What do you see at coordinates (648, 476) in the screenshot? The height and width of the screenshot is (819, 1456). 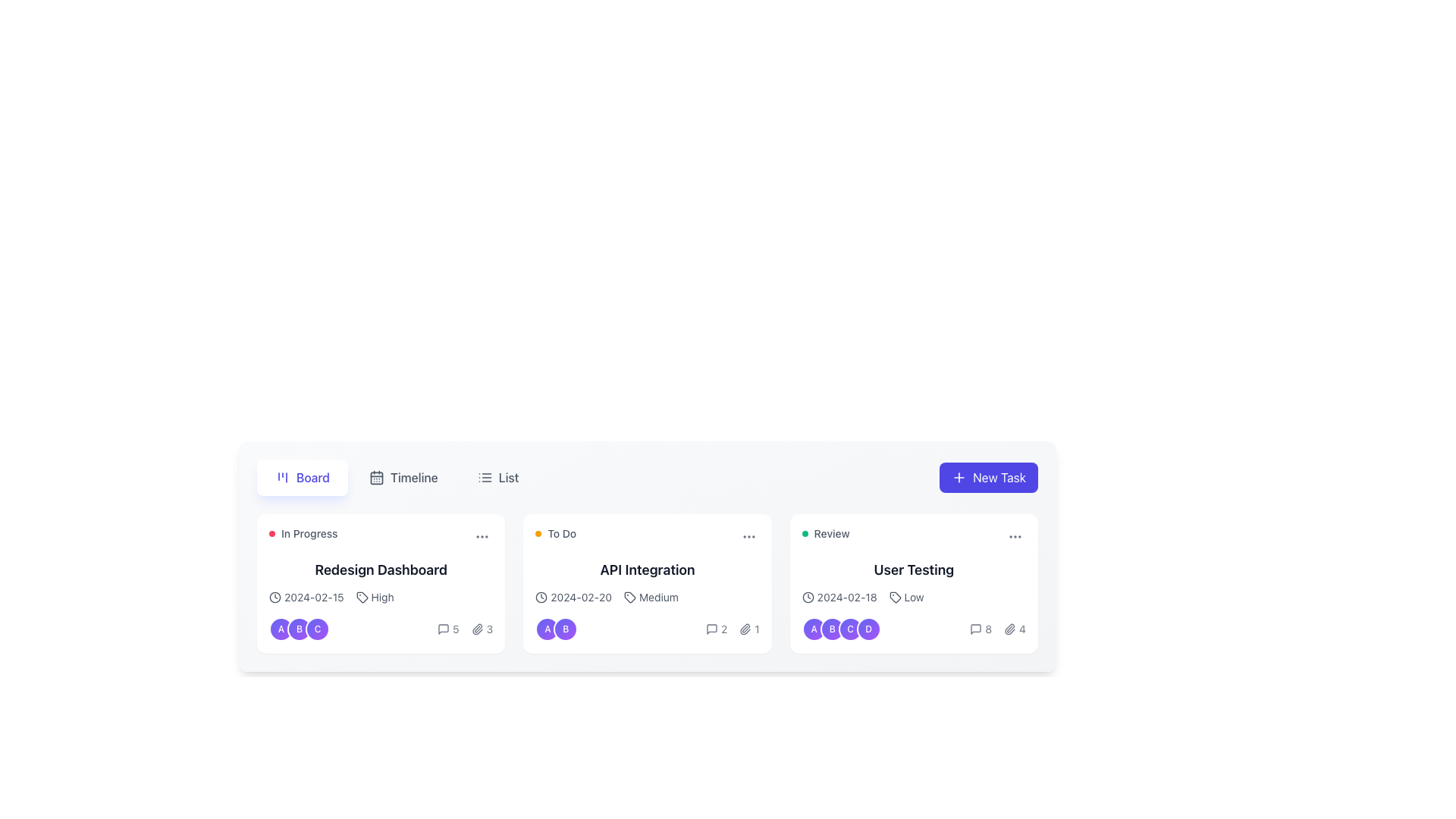 I see `the 'List' menu item in the navigation bar to switch to the list view` at bounding box center [648, 476].